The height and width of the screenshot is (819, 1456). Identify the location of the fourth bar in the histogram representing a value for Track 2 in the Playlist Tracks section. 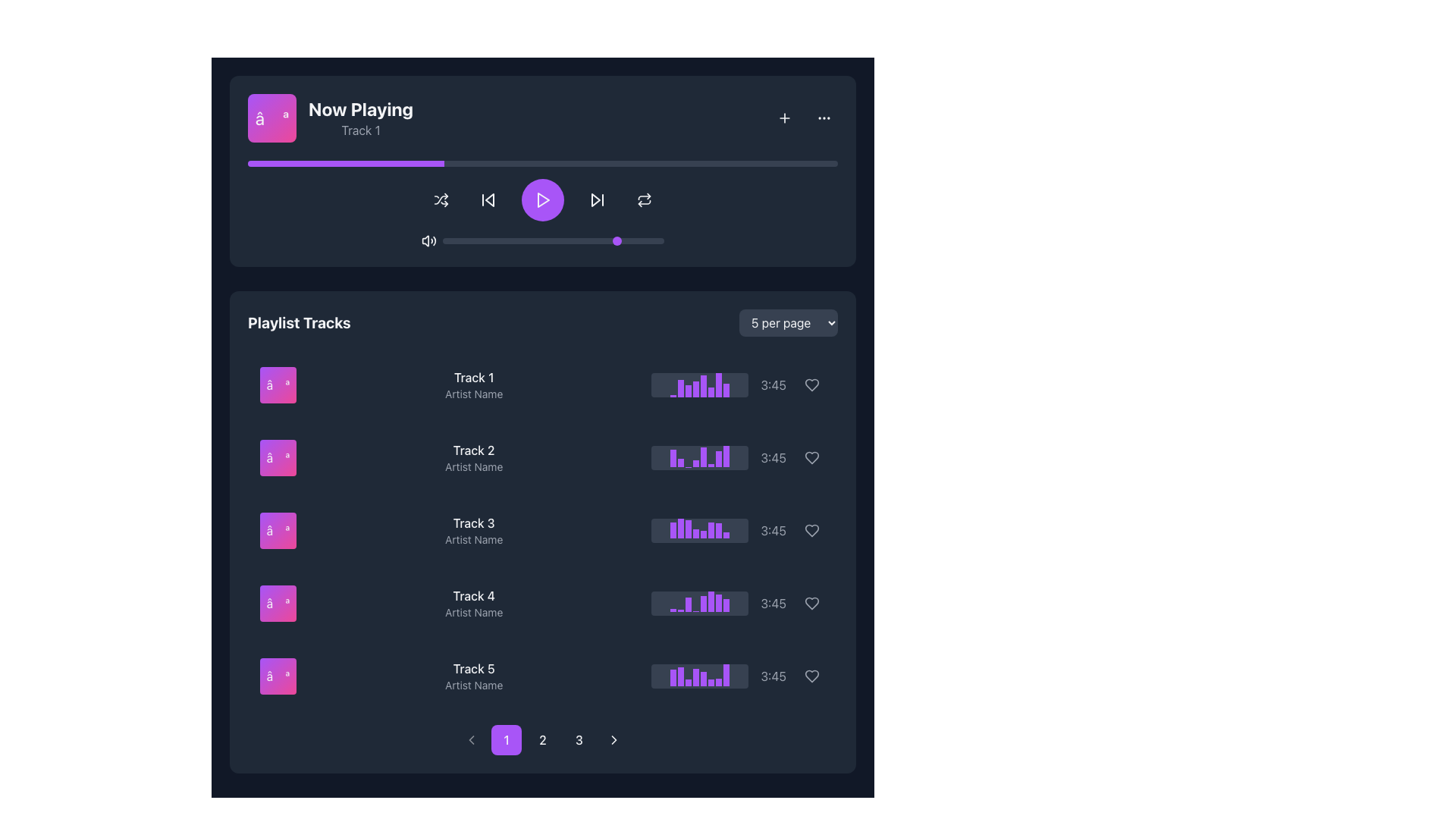
(695, 463).